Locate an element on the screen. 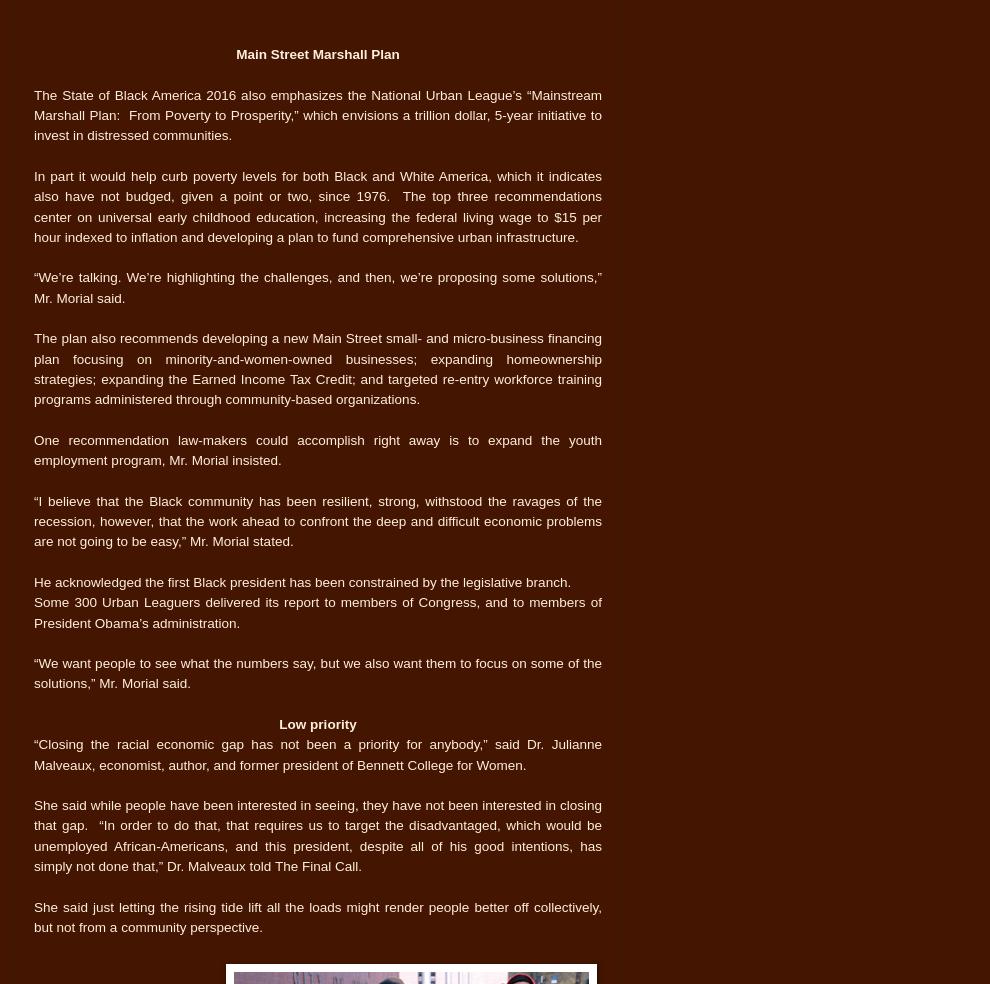 The image size is (990, 984). '“I believe that the Black community has been resilient, strong, withstood the ravages of the recession, however, that the work ahead to confront the deep and difficult economic problems are not going to be easy,” Mr. Morial stated.' is located at coordinates (316, 520).